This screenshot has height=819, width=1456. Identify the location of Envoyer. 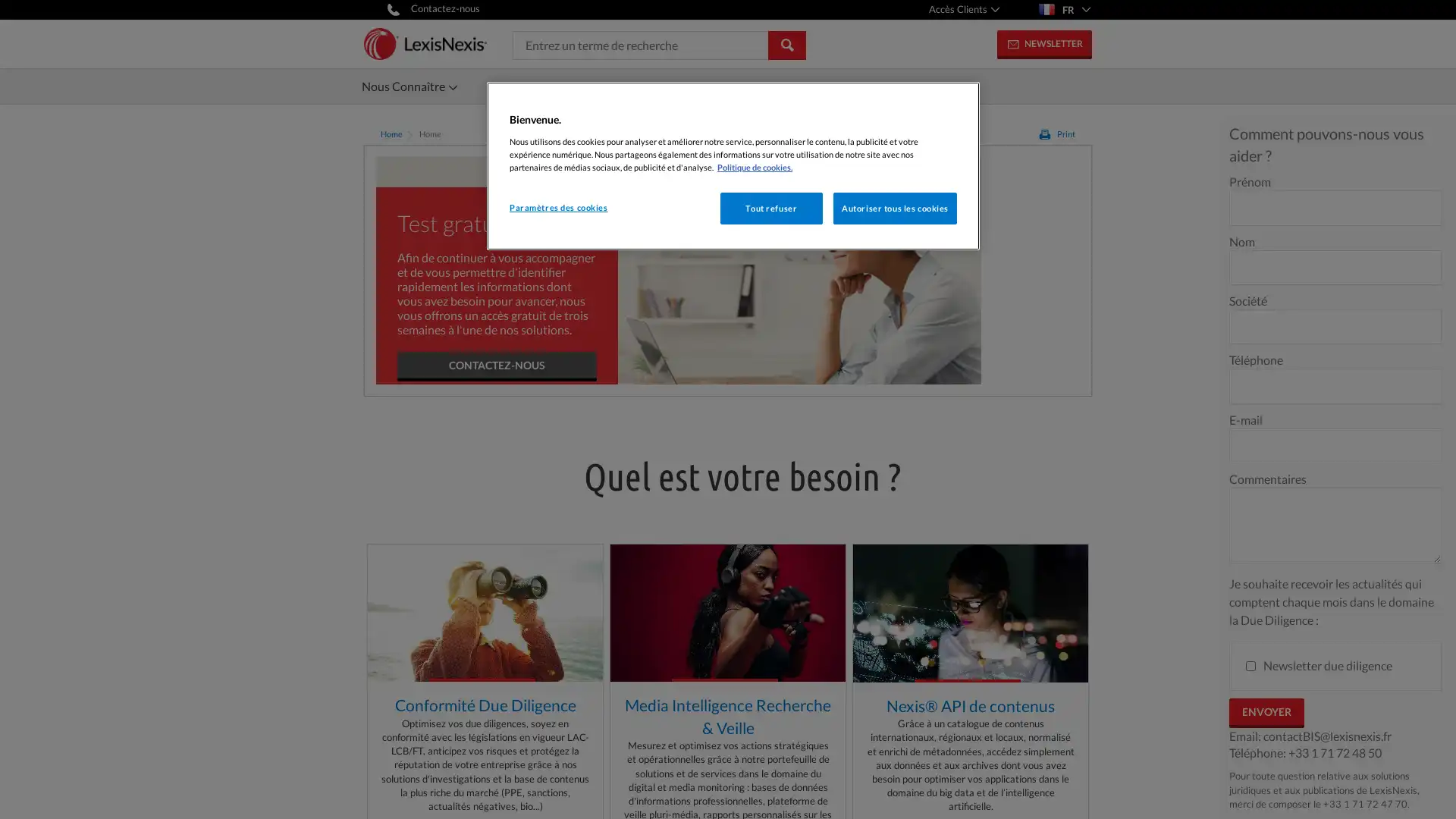
(1266, 713).